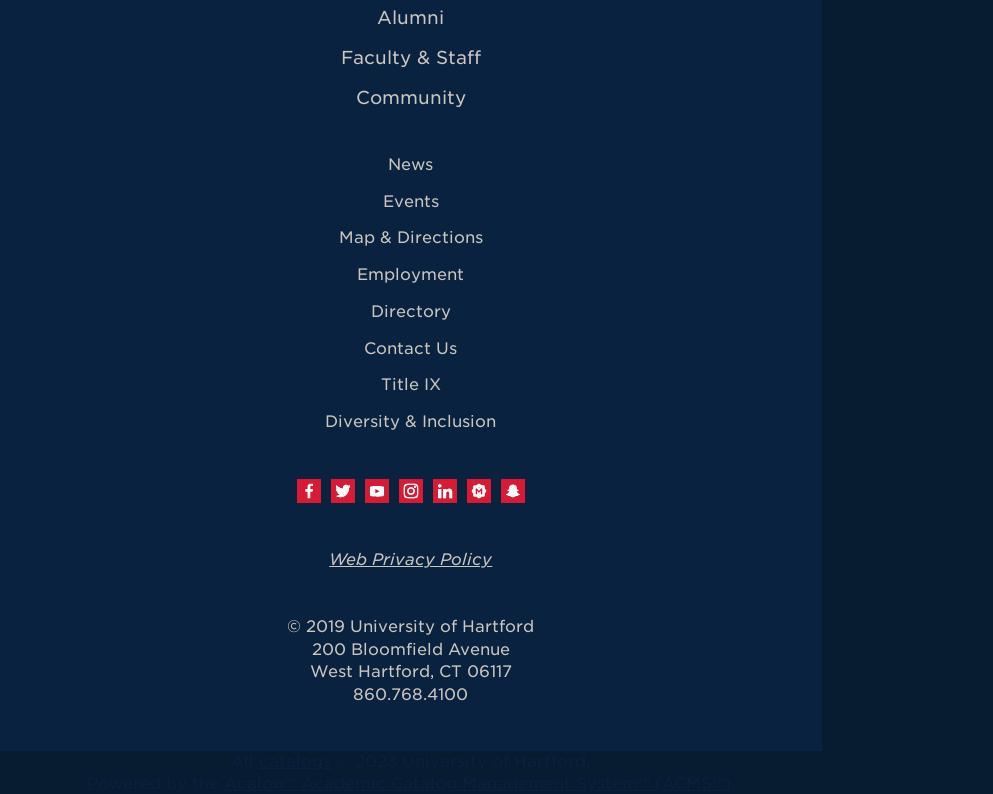 This screenshot has height=794, width=993. I want to click on 'Web Privacy Policy', so click(409, 558).